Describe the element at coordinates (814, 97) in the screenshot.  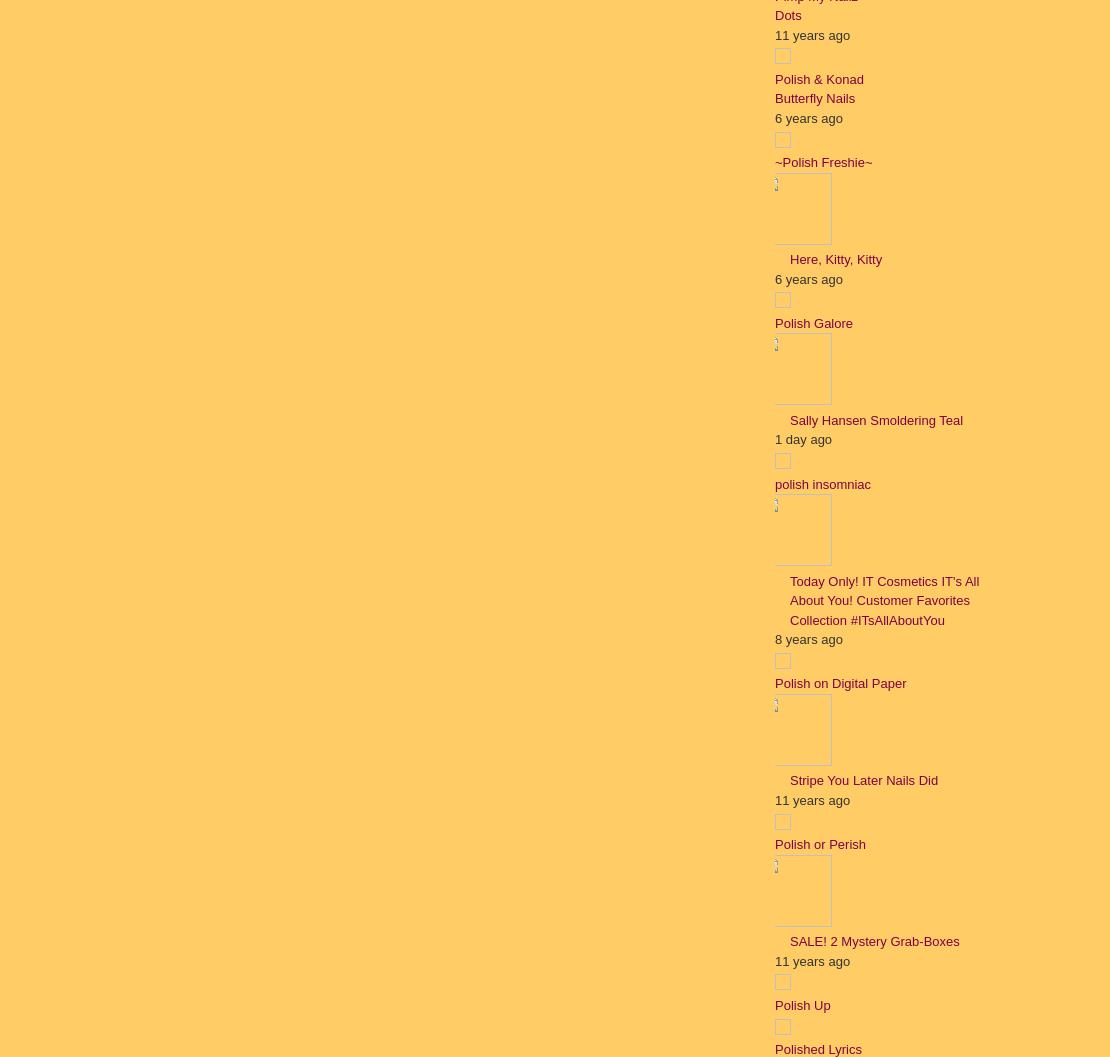
I see `'Butterfly Nails'` at that location.